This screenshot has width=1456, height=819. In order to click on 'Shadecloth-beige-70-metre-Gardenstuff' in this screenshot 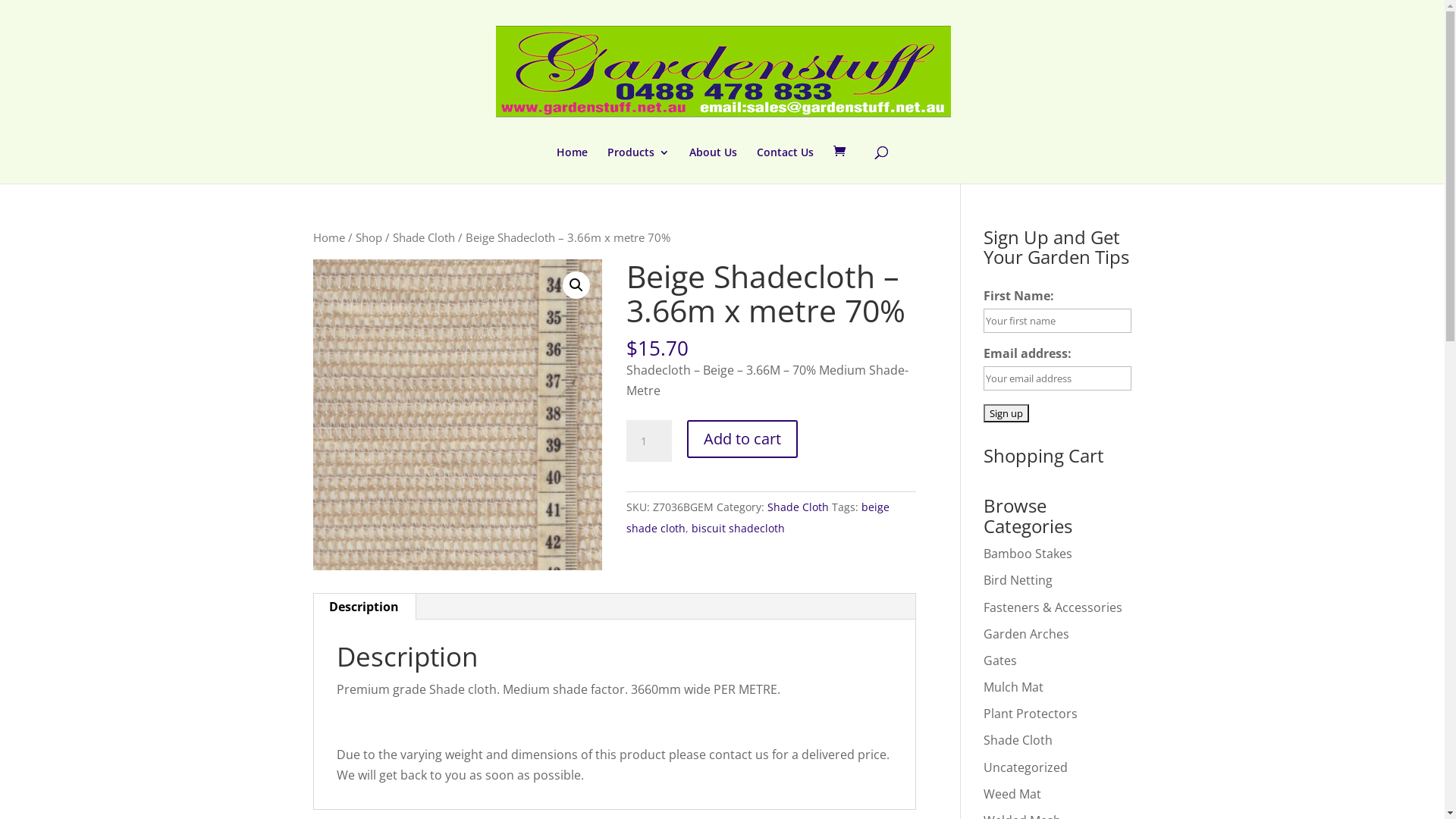, I will do `click(457, 415)`.